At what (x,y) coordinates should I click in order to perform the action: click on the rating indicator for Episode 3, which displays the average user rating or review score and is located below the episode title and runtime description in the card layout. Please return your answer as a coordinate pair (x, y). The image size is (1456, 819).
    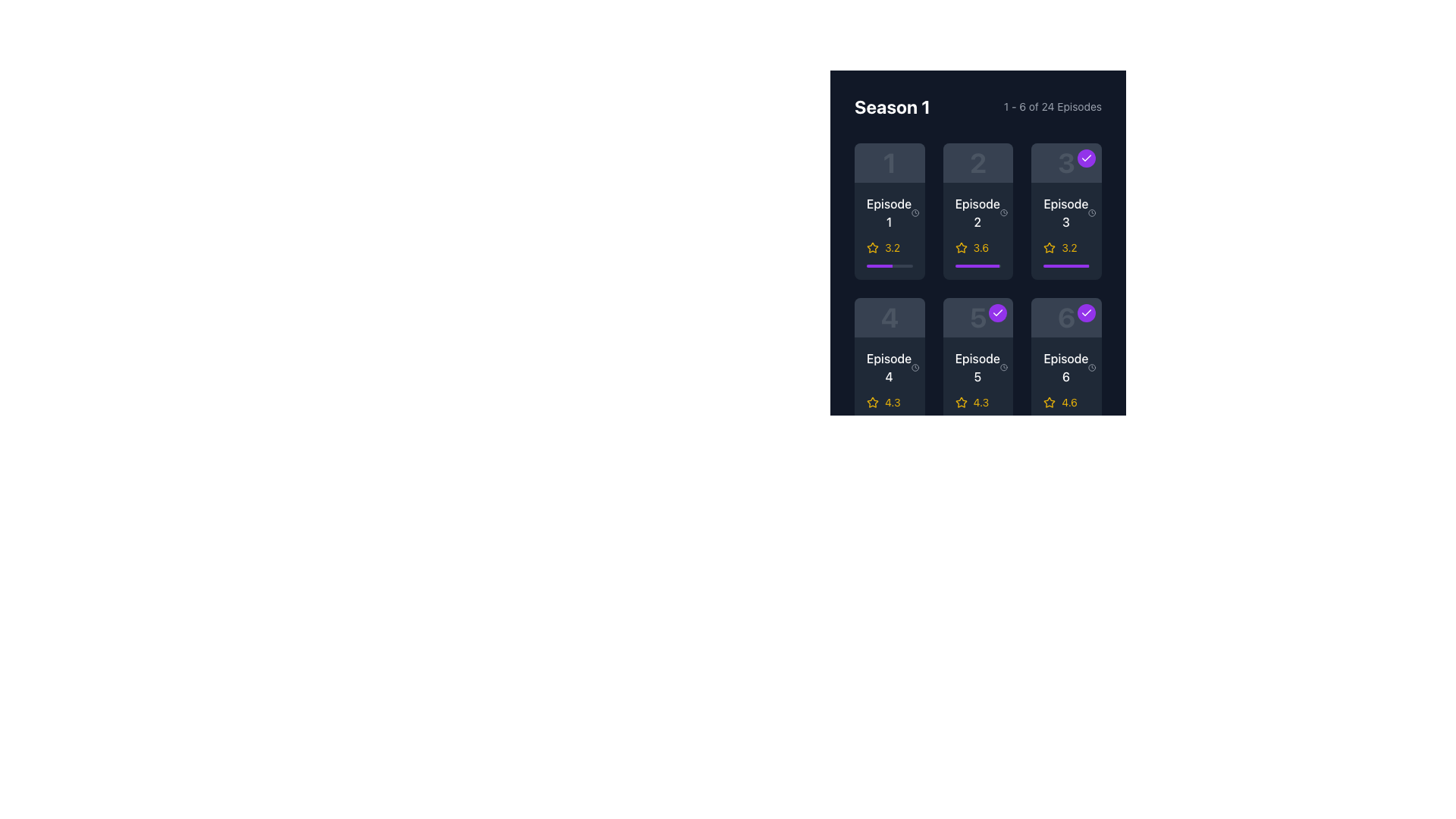
    Looking at the image, I should click on (1065, 247).